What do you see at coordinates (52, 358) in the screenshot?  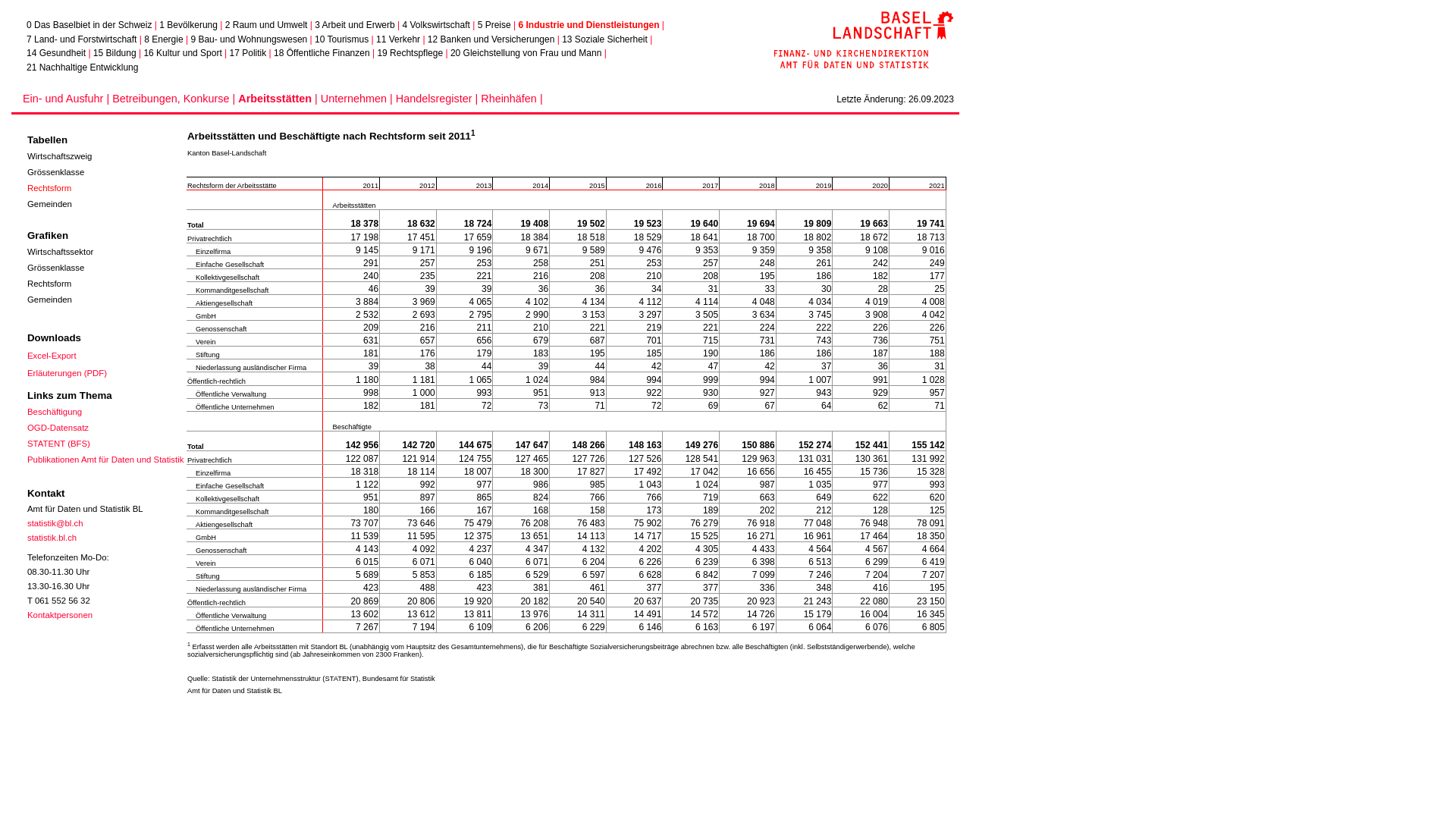 I see `'Excel-Export'` at bounding box center [52, 358].